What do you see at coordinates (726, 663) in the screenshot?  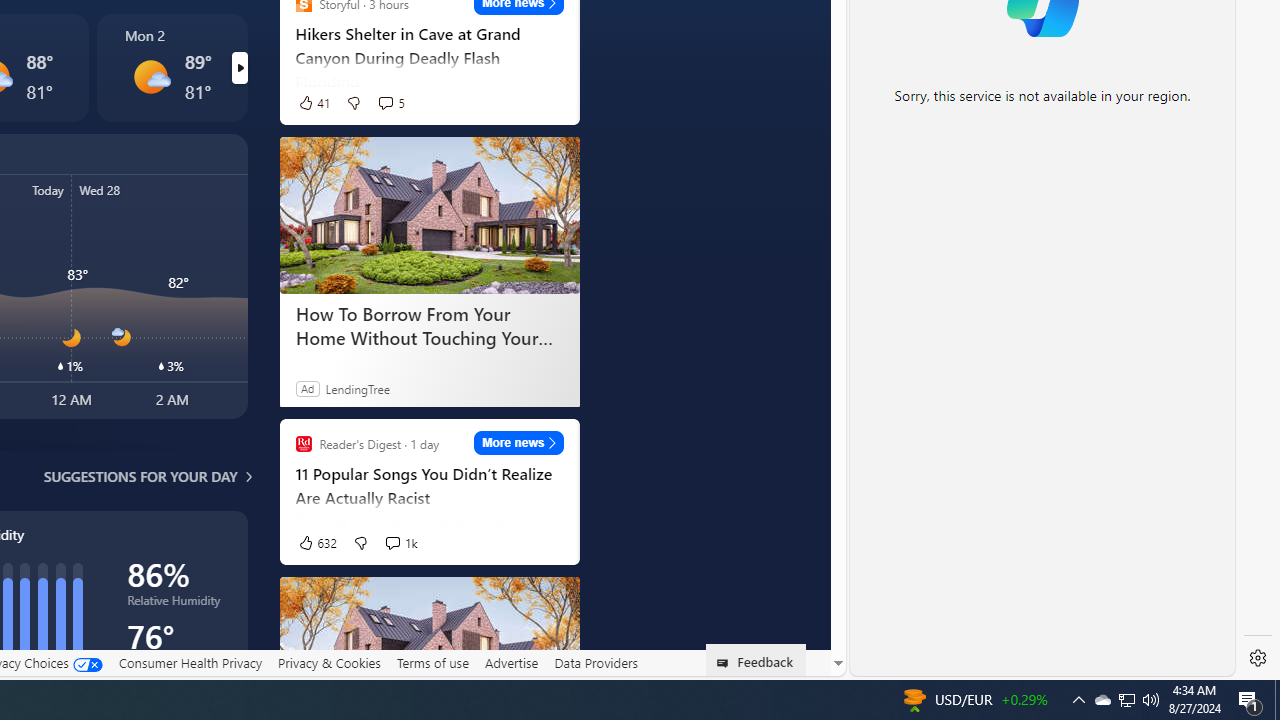 I see `'Class: feedback_link_icon-DS-EntryPoint1-1'` at bounding box center [726, 663].